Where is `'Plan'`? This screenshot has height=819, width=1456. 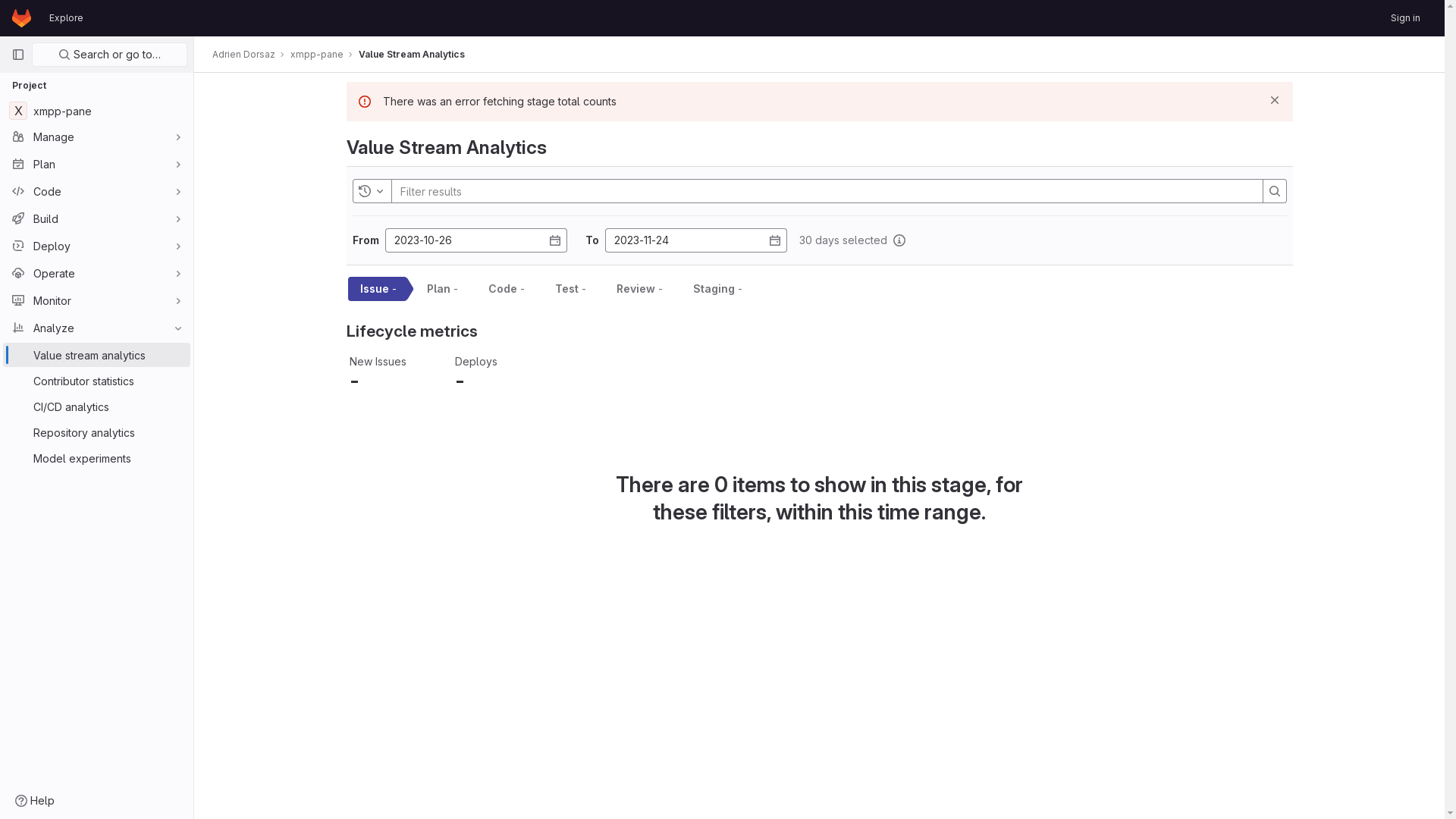
'Plan' is located at coordinates (96, 164).